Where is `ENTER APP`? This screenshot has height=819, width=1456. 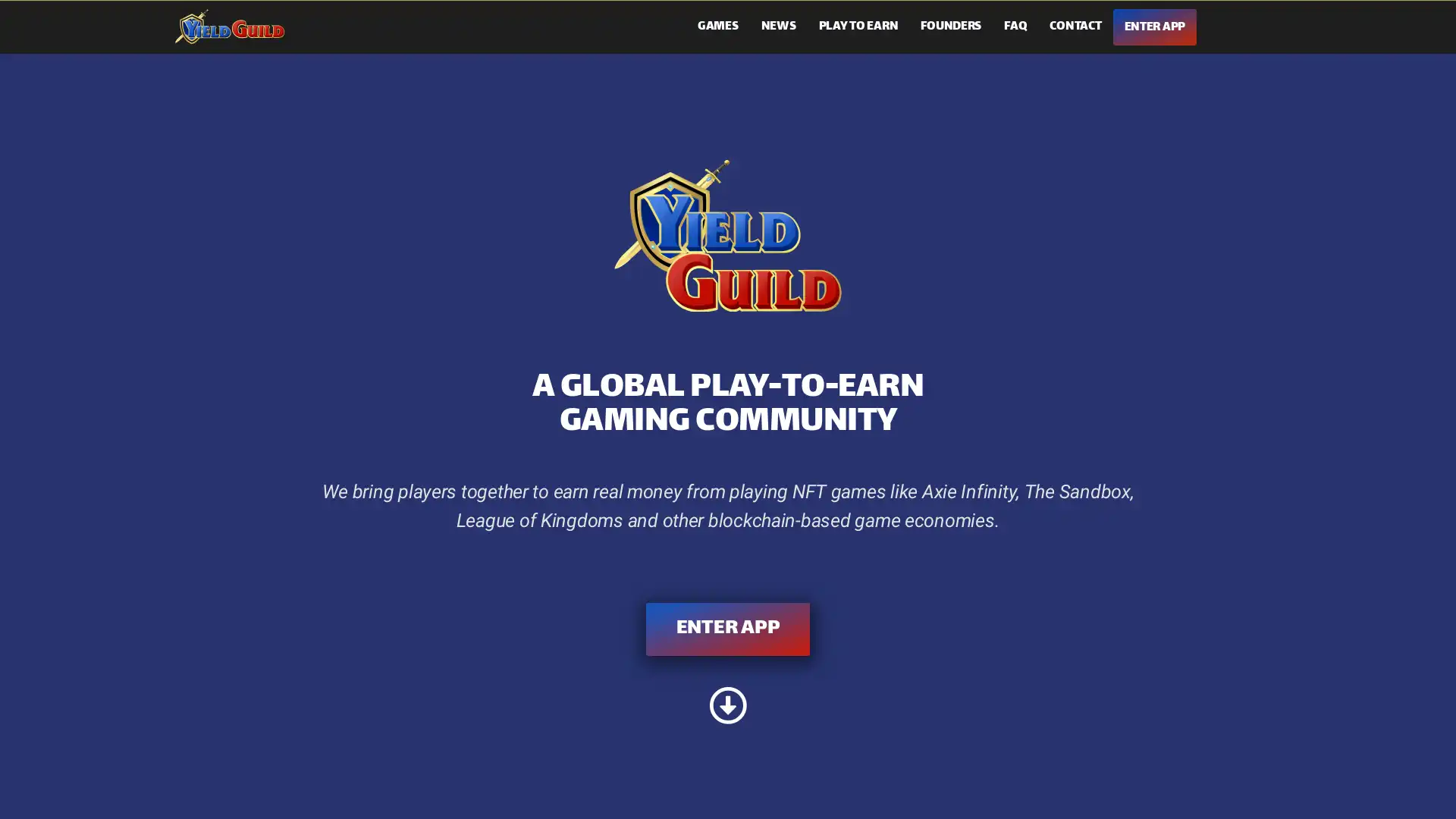
ENTER APP is located at coordinates (726, 629).